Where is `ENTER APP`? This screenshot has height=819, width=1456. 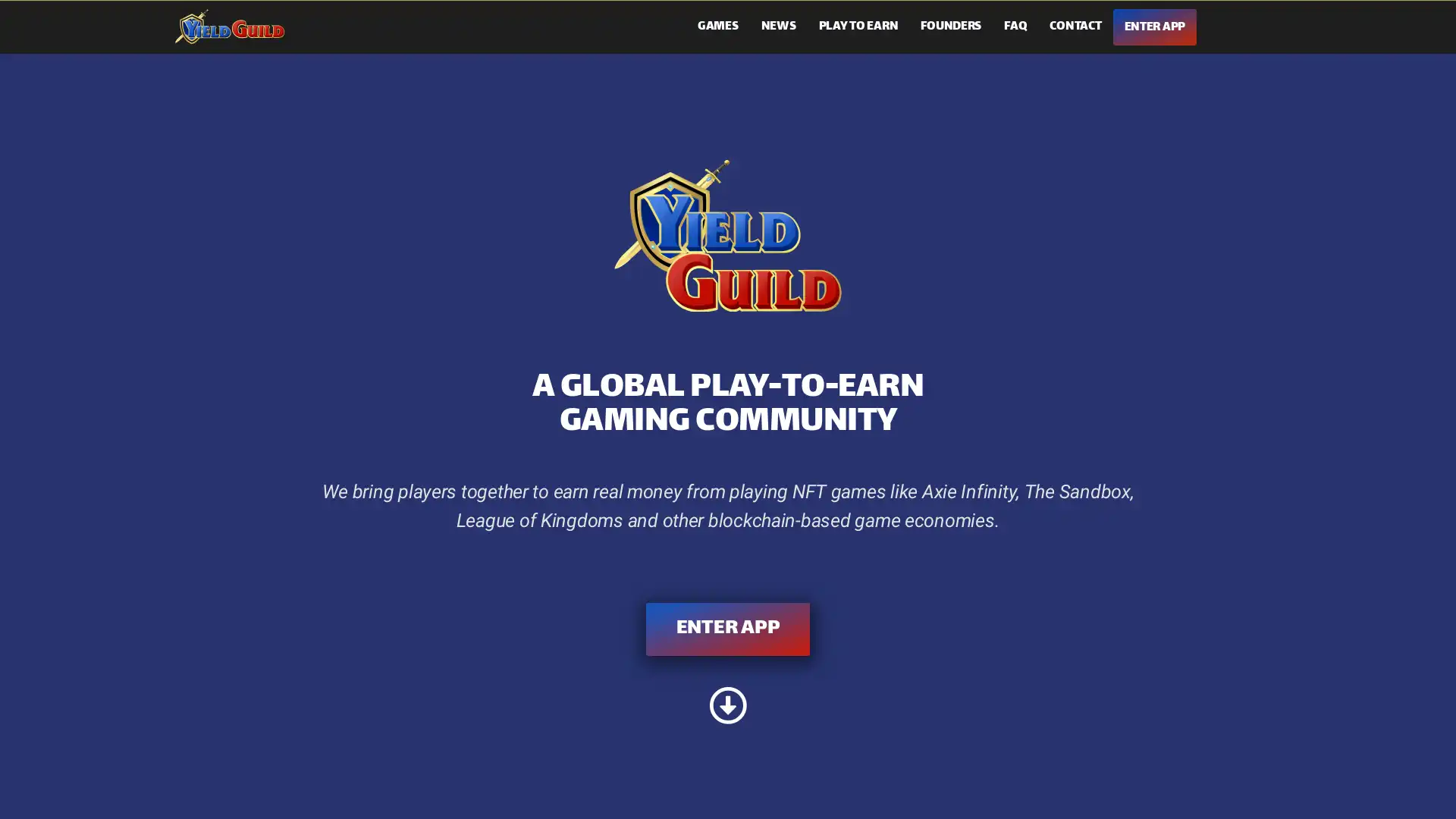
ENTER APP is located at coordinates (726, 629).